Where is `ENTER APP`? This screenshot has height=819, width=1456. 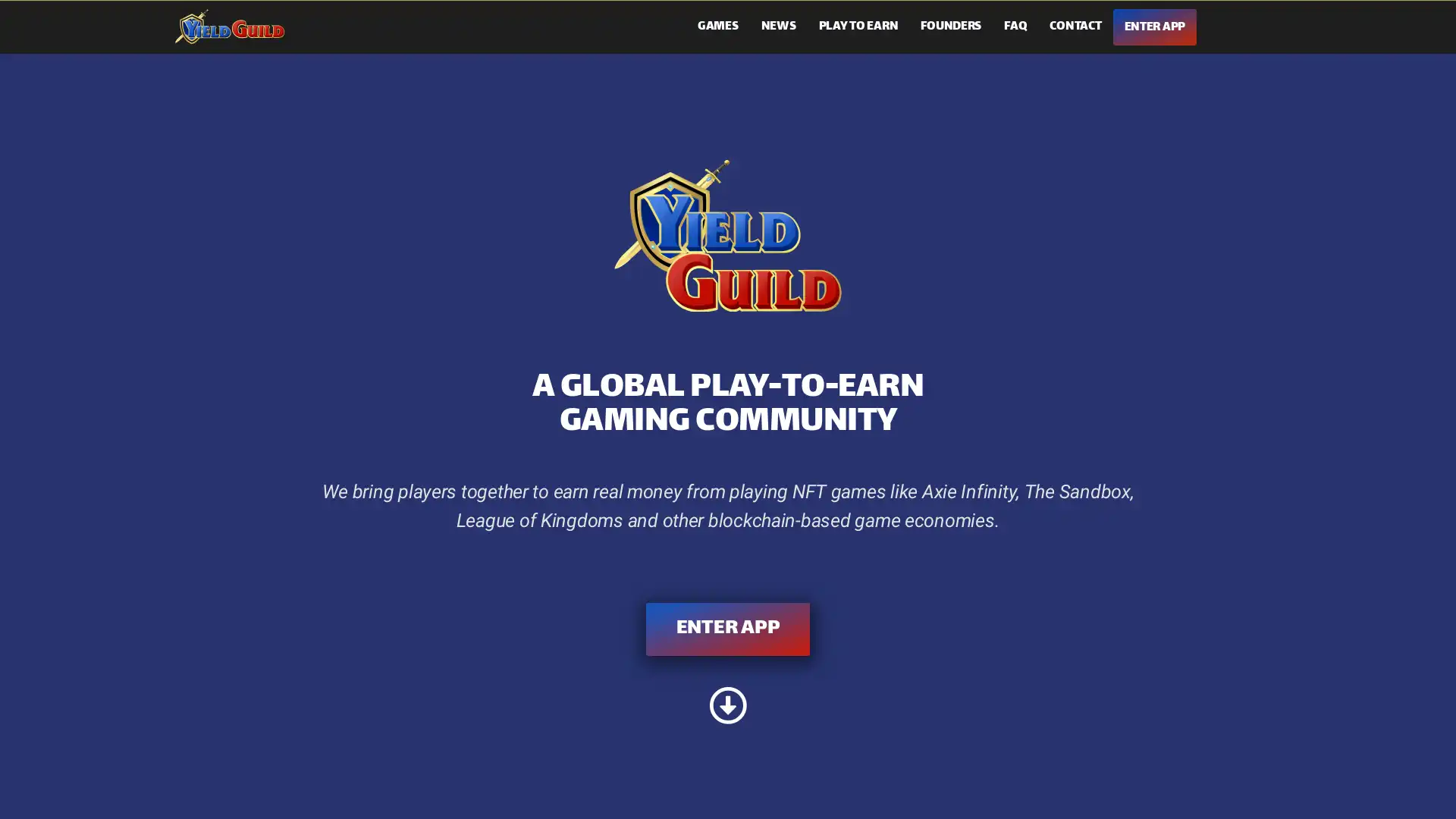
ENTER APP is located at coordinates (726, 629).